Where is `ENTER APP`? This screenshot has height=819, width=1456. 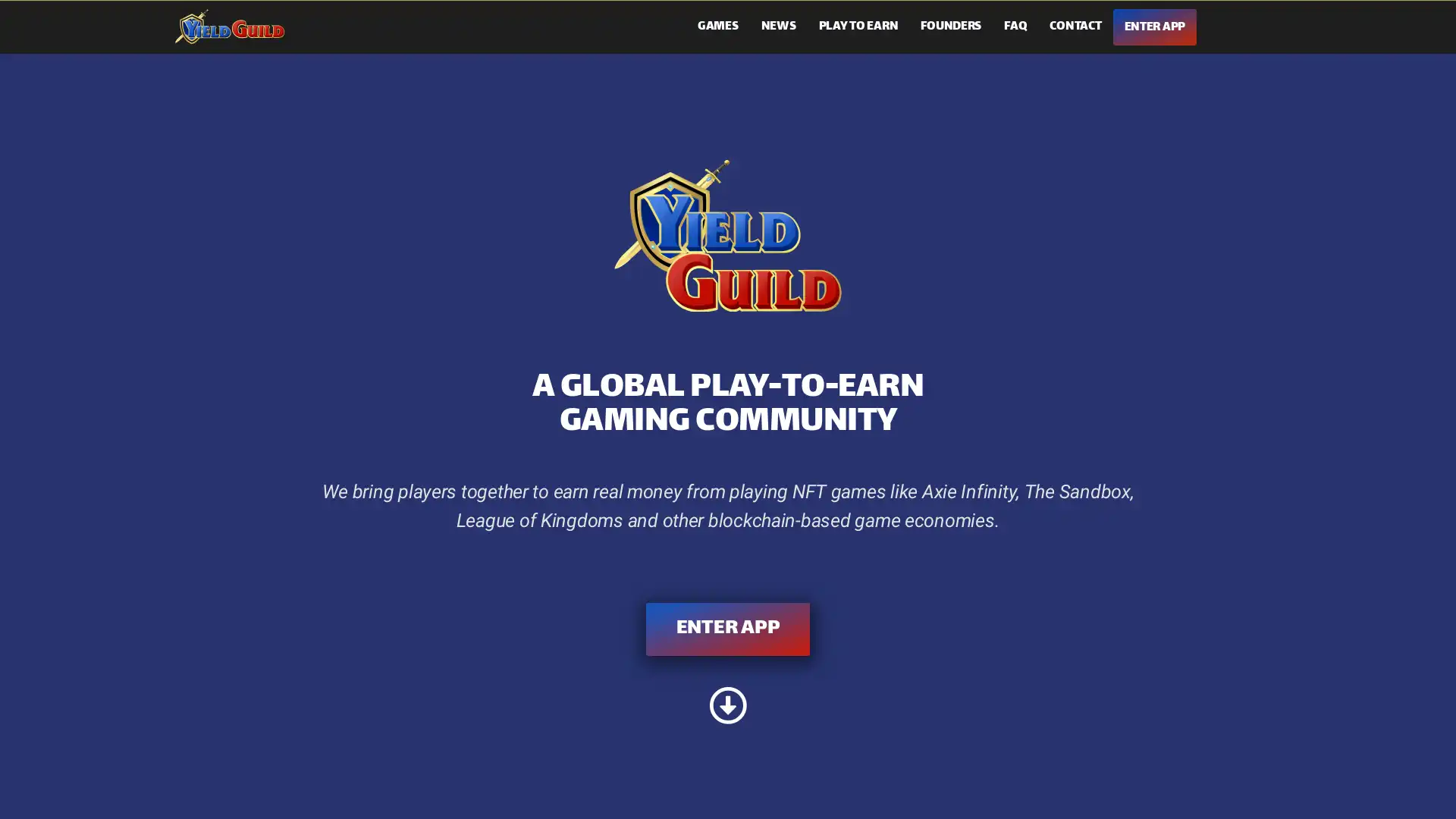
ENTER APP is located at coordinates (726, 629).